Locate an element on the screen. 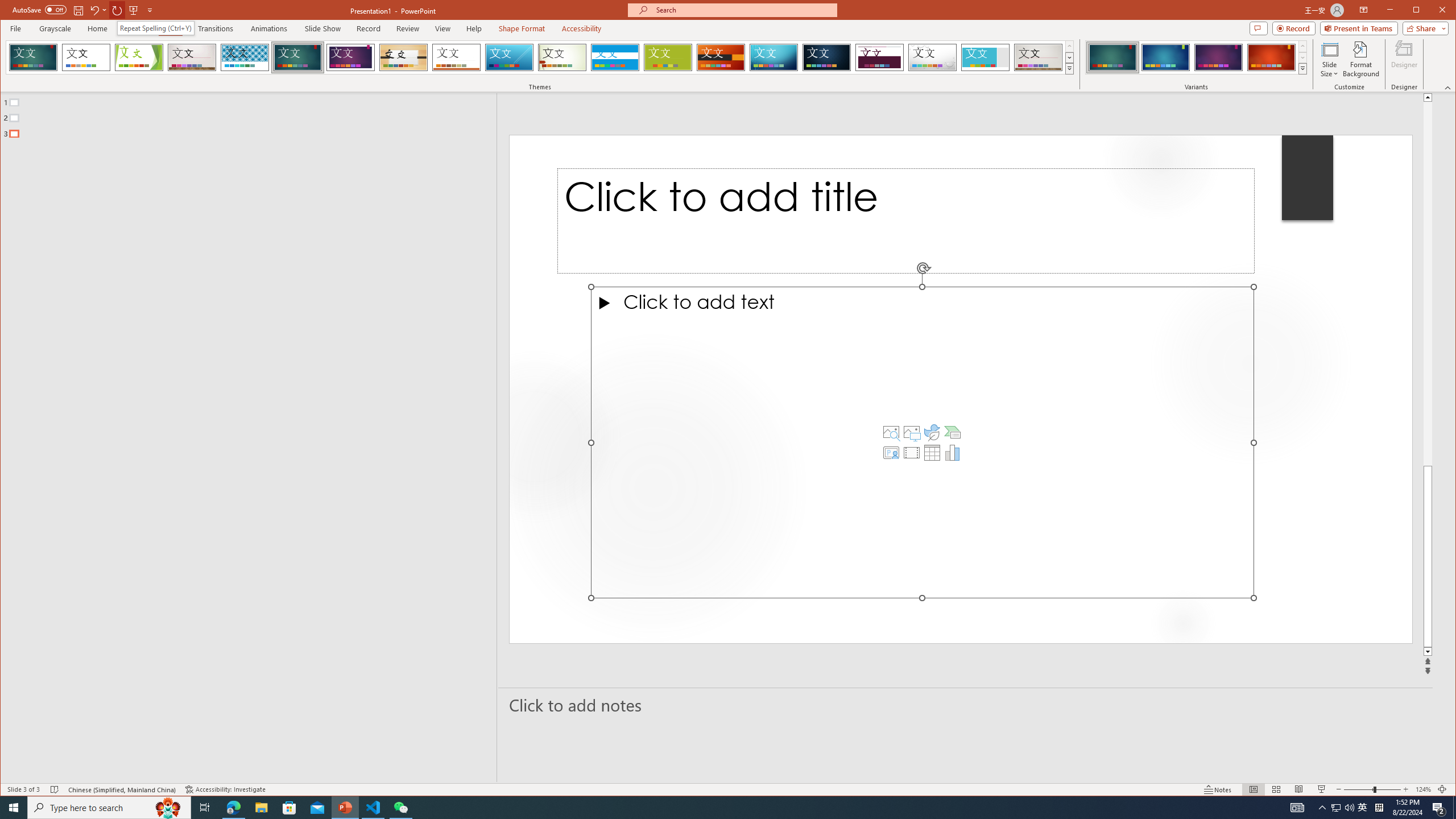 The width and height of the screenshot is (1456, 819). 'Retrospect' is located at coordinates (456, 57).